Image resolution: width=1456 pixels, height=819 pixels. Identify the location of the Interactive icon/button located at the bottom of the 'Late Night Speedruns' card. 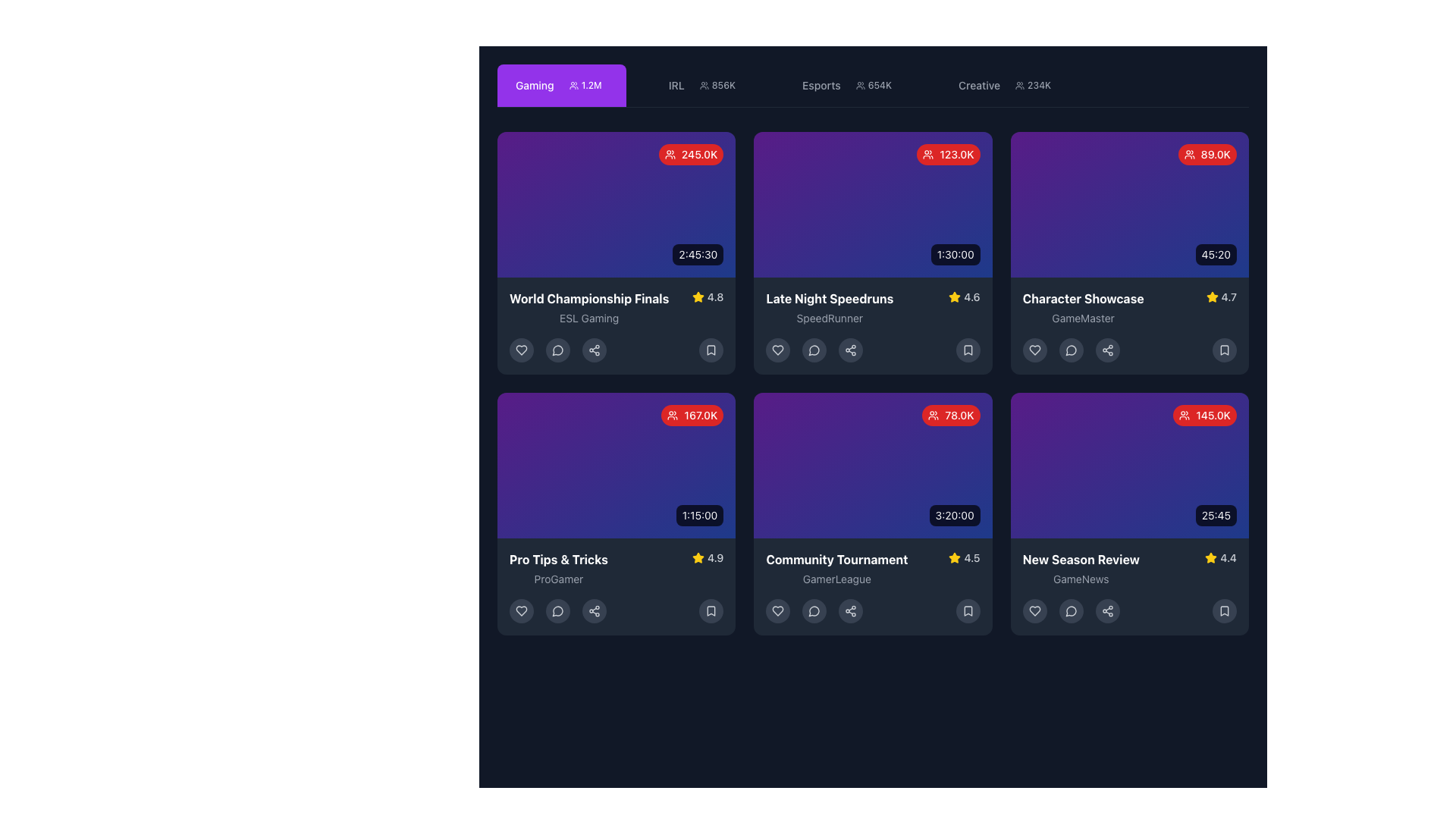
(814, 350).